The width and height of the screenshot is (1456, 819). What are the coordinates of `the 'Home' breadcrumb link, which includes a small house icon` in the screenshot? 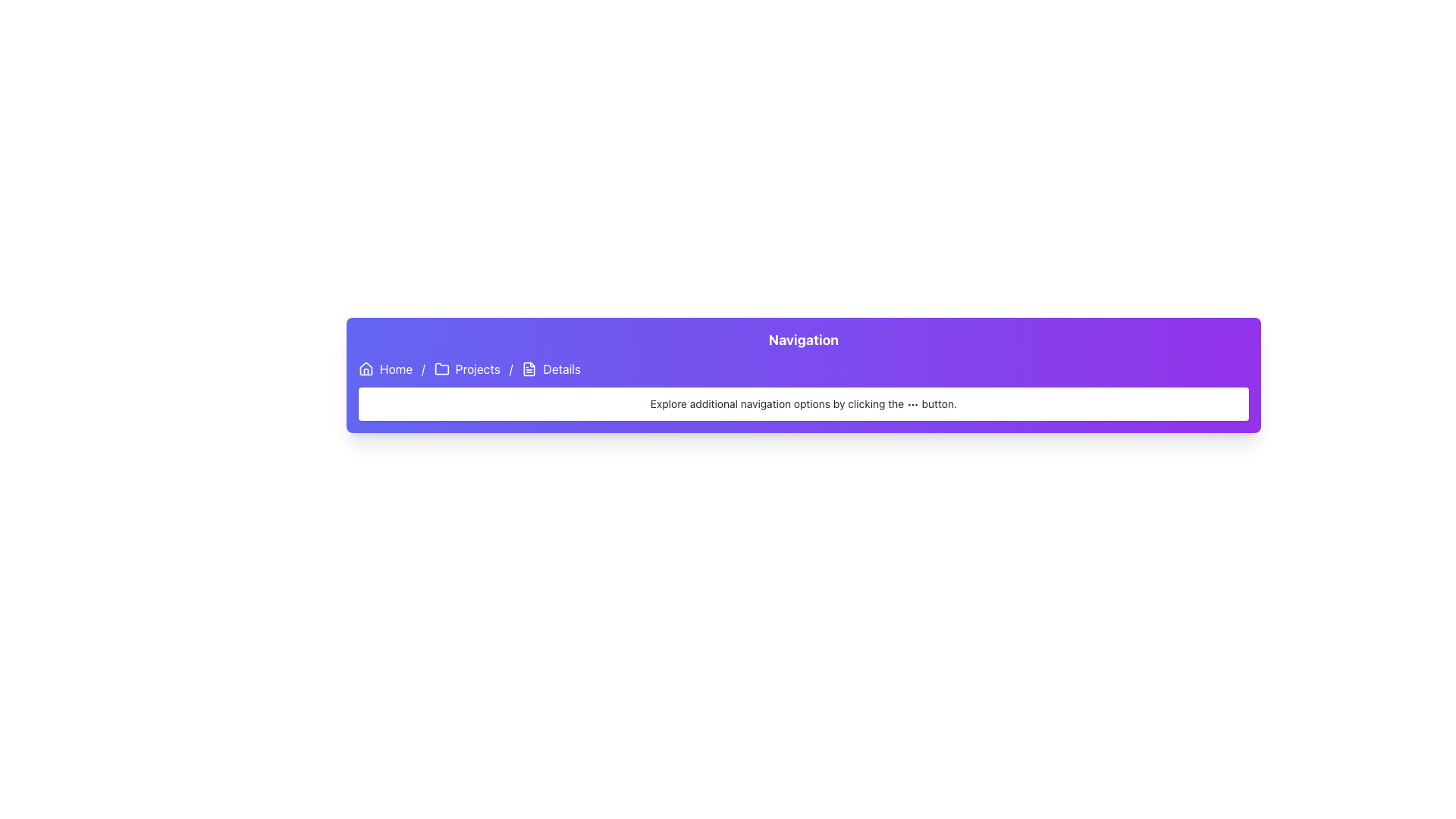 It's located at (385, 369).